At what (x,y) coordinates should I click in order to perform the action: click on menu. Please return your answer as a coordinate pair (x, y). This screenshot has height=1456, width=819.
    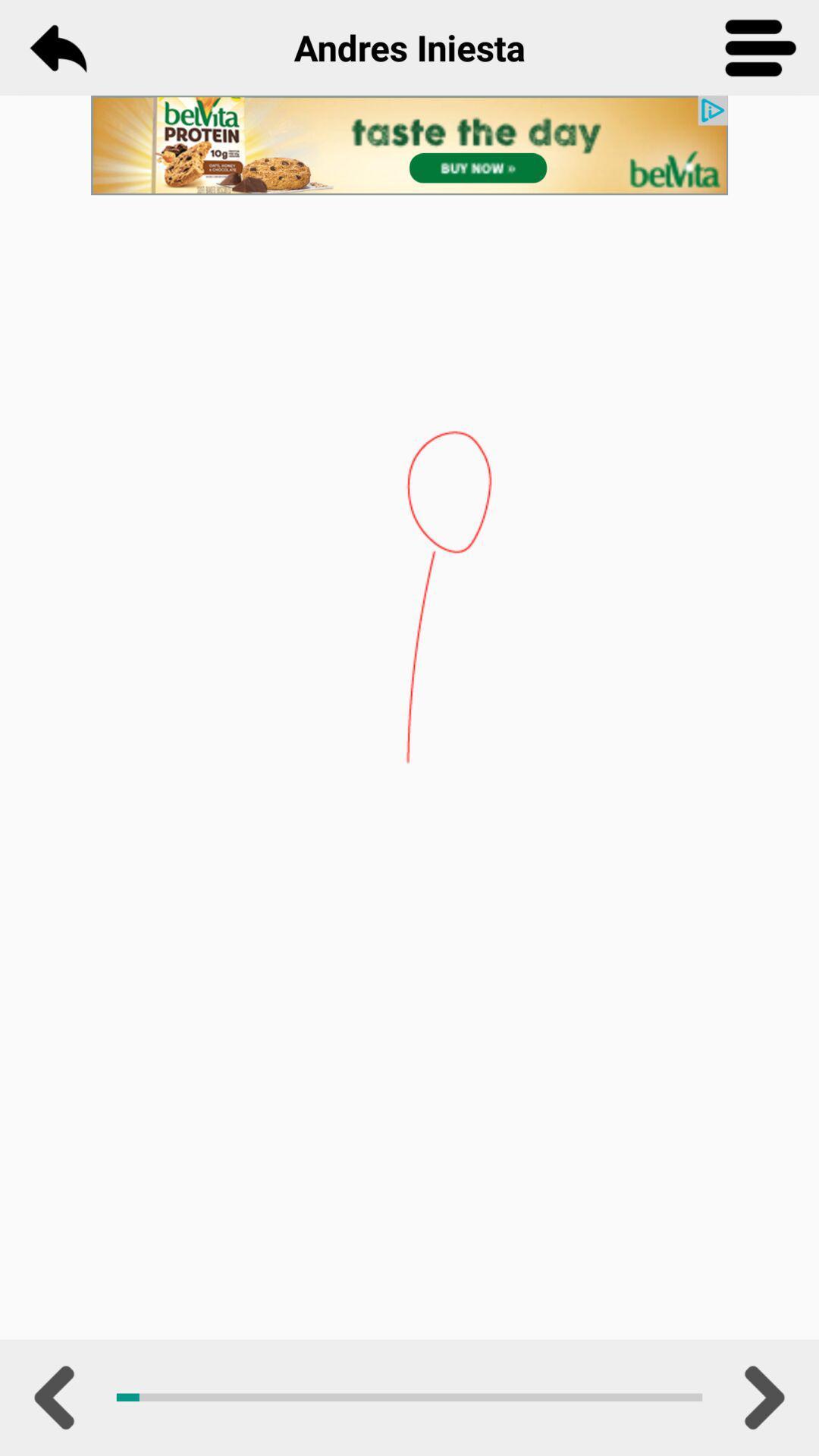
    Looking at the image, I should click on (761, 47).